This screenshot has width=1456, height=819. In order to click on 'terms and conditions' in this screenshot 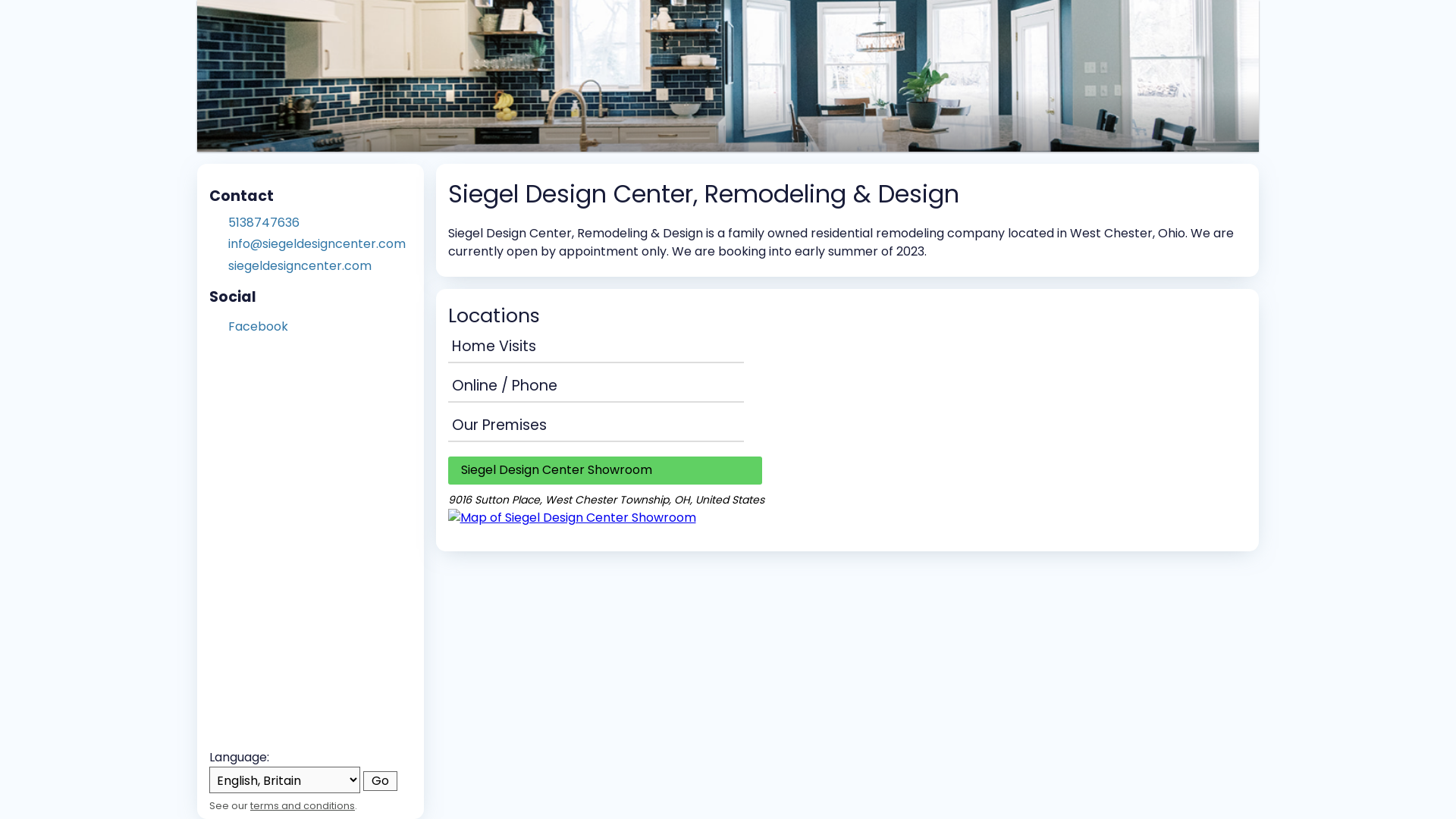, I will do `click(250, 805)`.